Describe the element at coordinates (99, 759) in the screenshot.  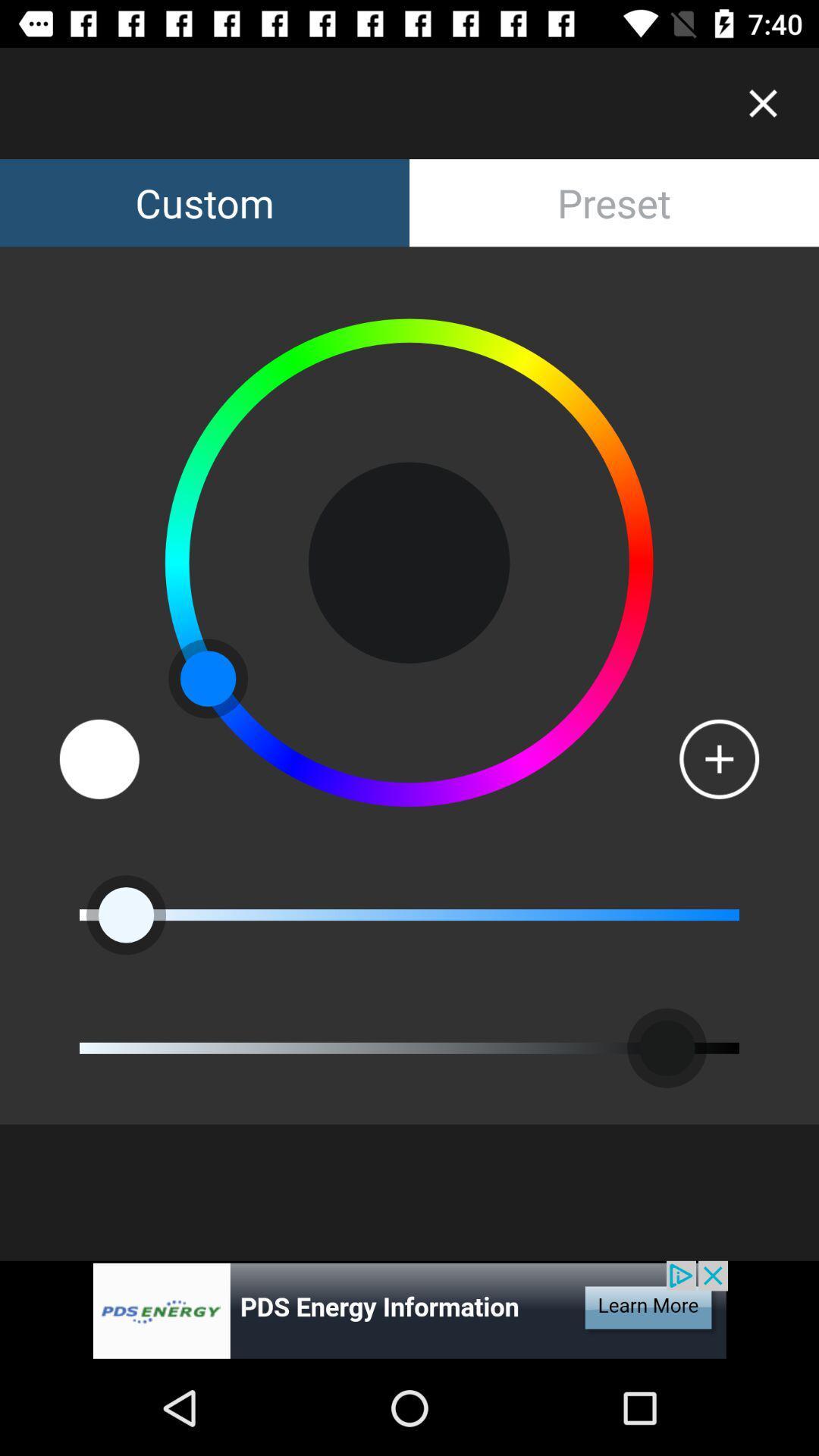
I see `decrease` at that location.